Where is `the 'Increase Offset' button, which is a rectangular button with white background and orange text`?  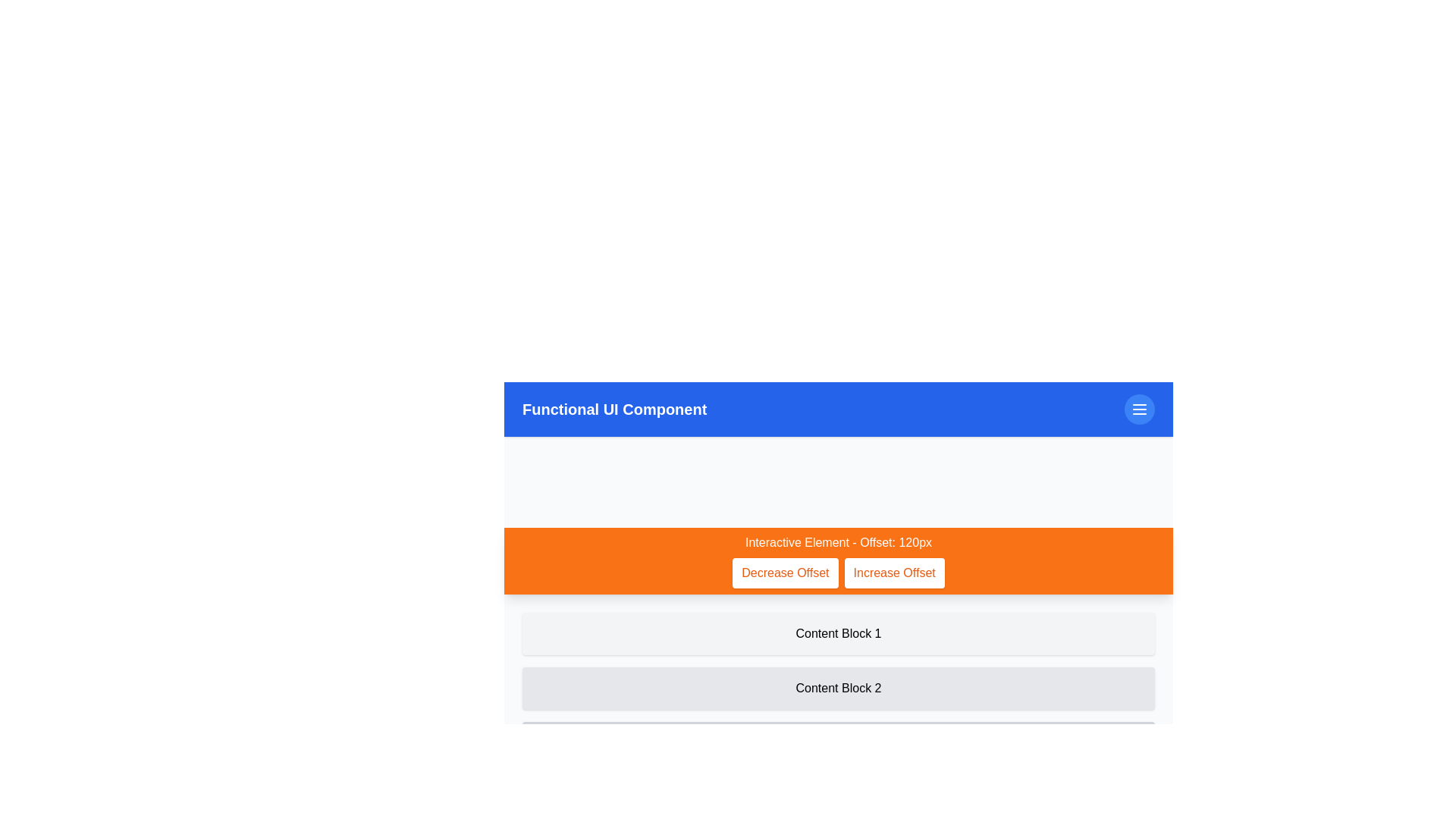 the 'Increase Offset' button, which is a rectangular button with white background and orange text is located at coordinates (894, 573).